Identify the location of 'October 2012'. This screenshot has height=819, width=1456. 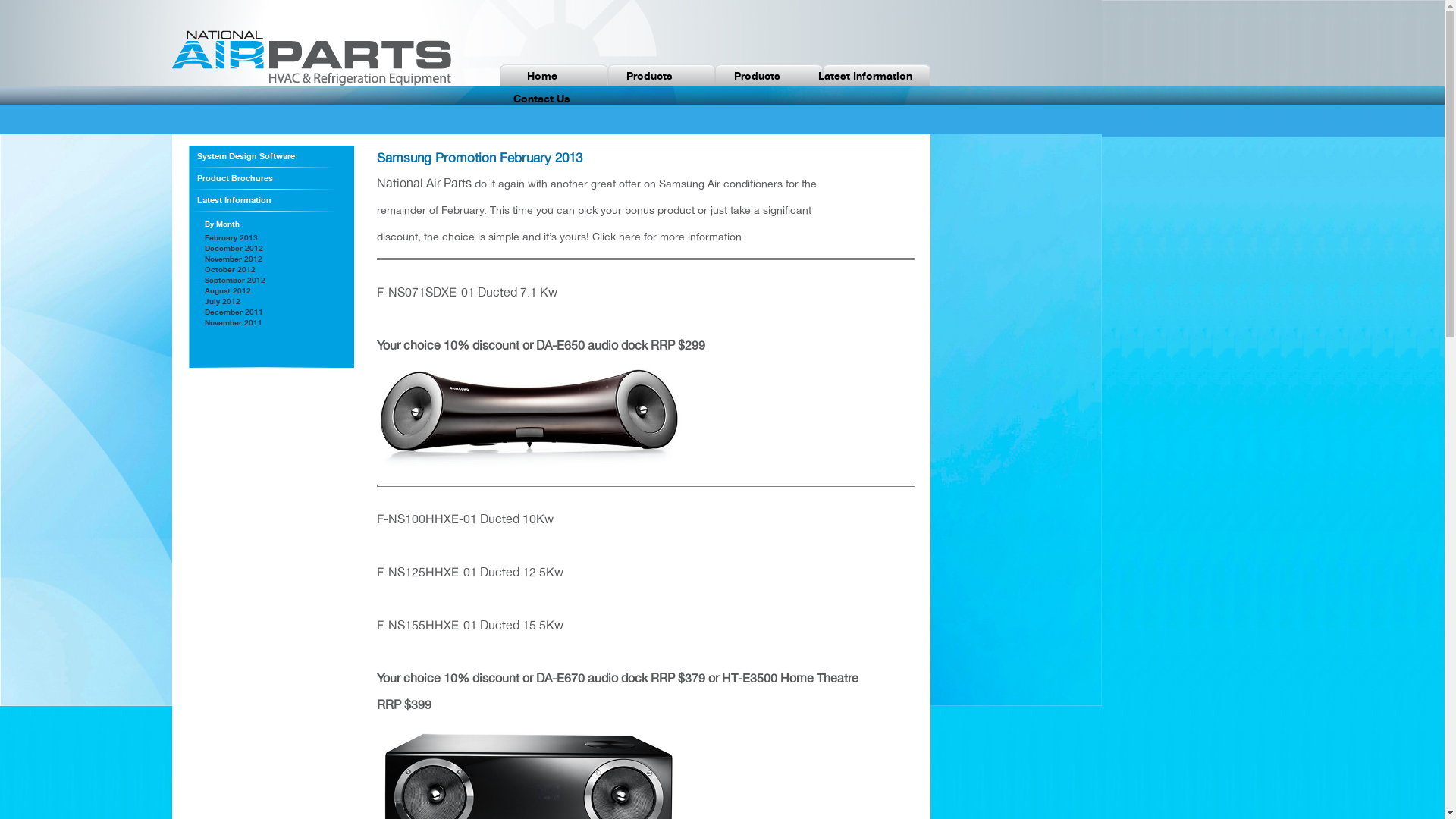
(229, 268).